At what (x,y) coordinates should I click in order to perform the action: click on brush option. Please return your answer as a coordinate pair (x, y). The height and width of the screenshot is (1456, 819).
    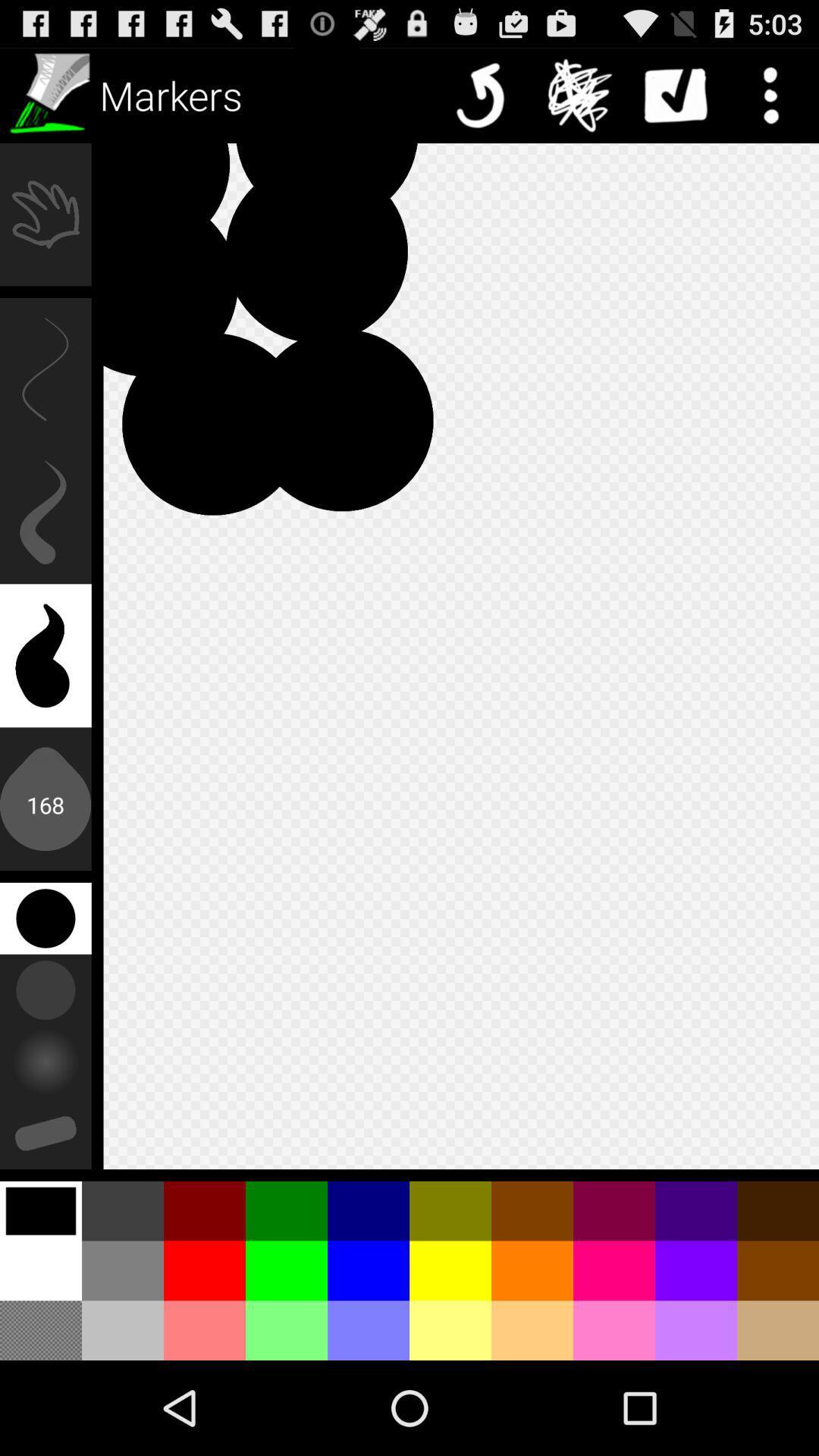
    Looking at the image, I should click on (46, 94).